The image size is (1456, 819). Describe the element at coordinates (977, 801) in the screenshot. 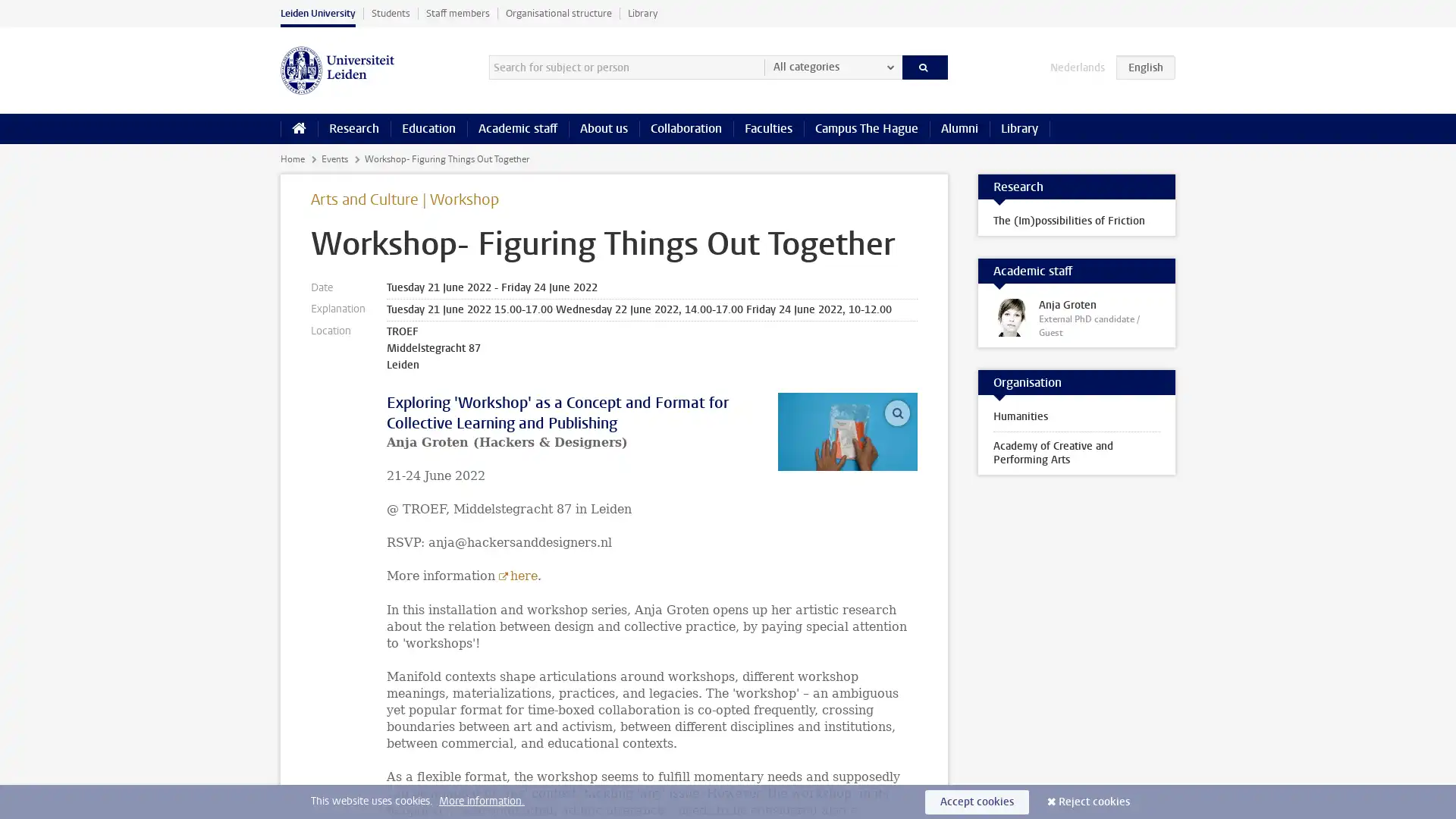

I see `Accept cookies` at that location.